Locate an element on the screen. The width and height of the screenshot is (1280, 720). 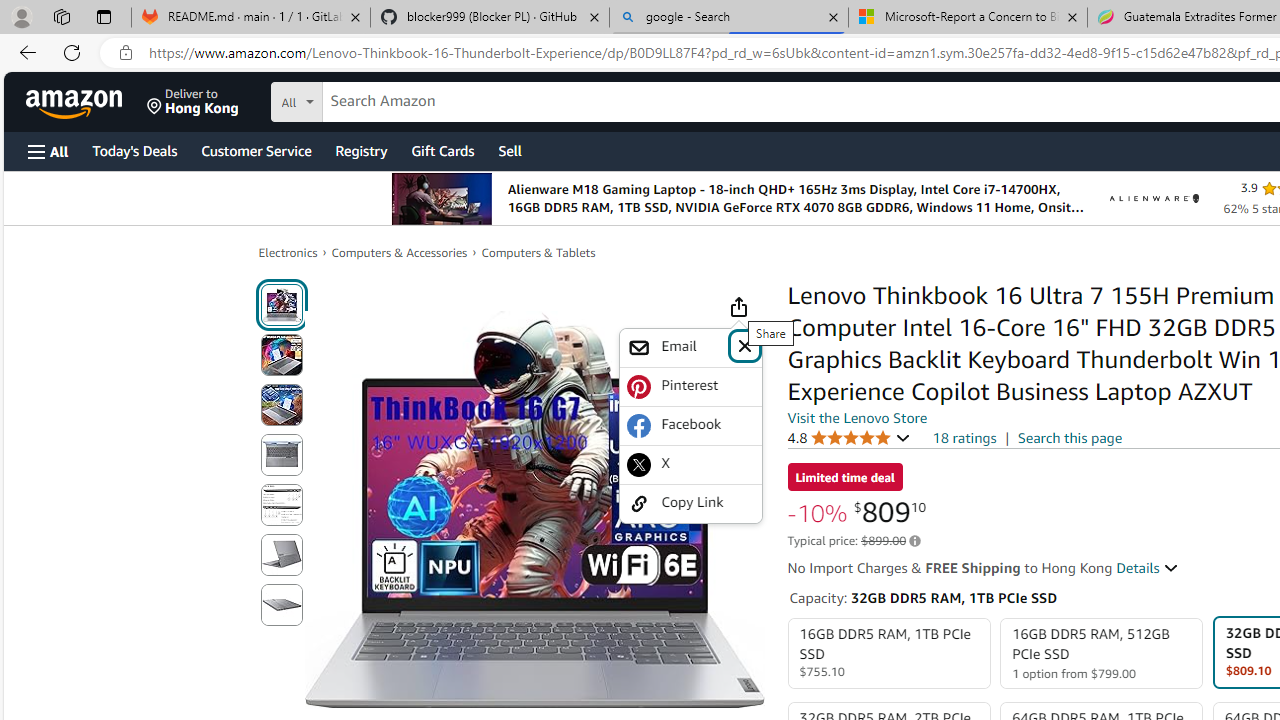
'Pinterest' is located at coordinates (690, 386).